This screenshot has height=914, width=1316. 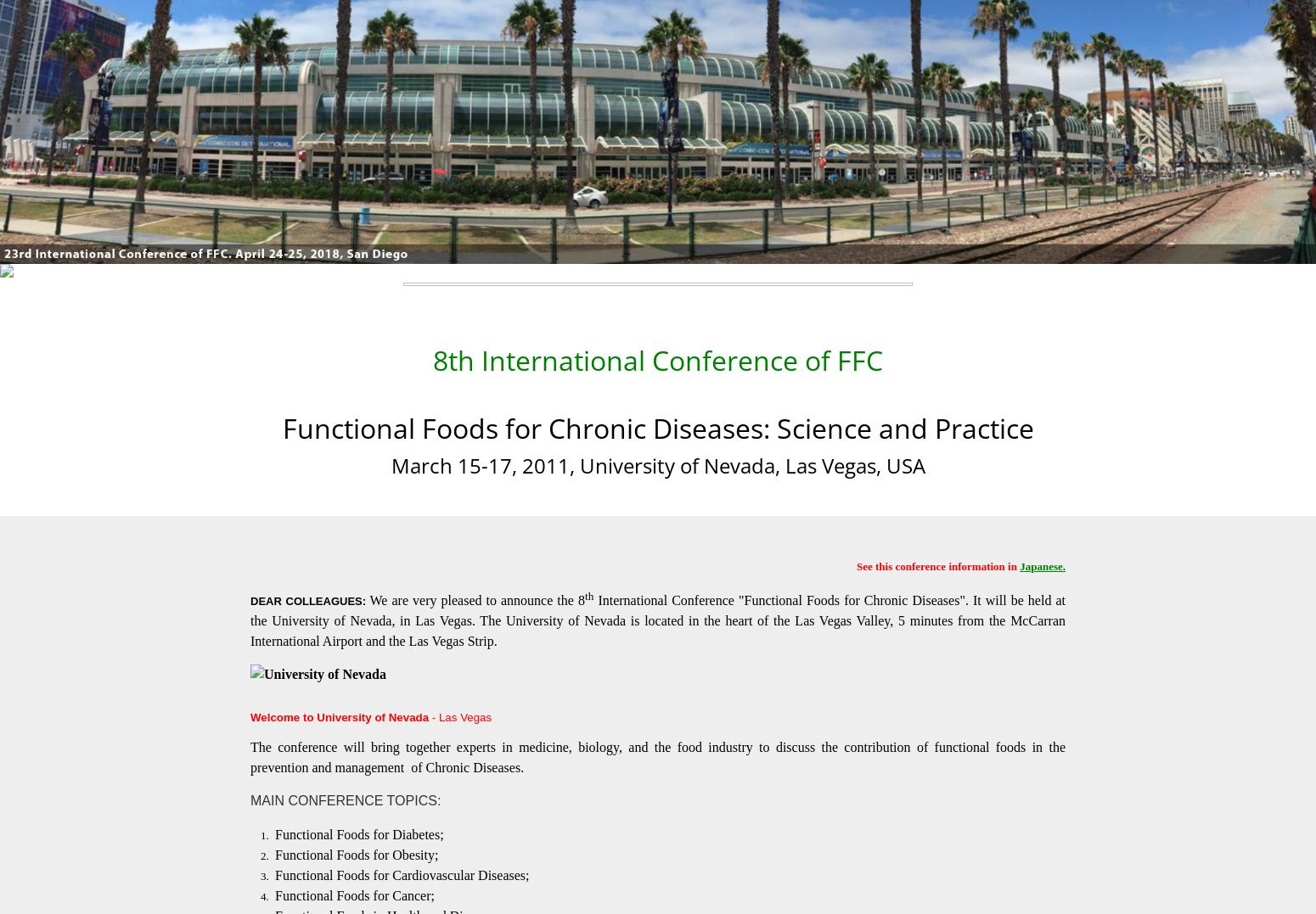 What do you see at coordinates (936, 564) in the screenshot?
I see `'See this conference information in'` at bounding box center [936, 564].